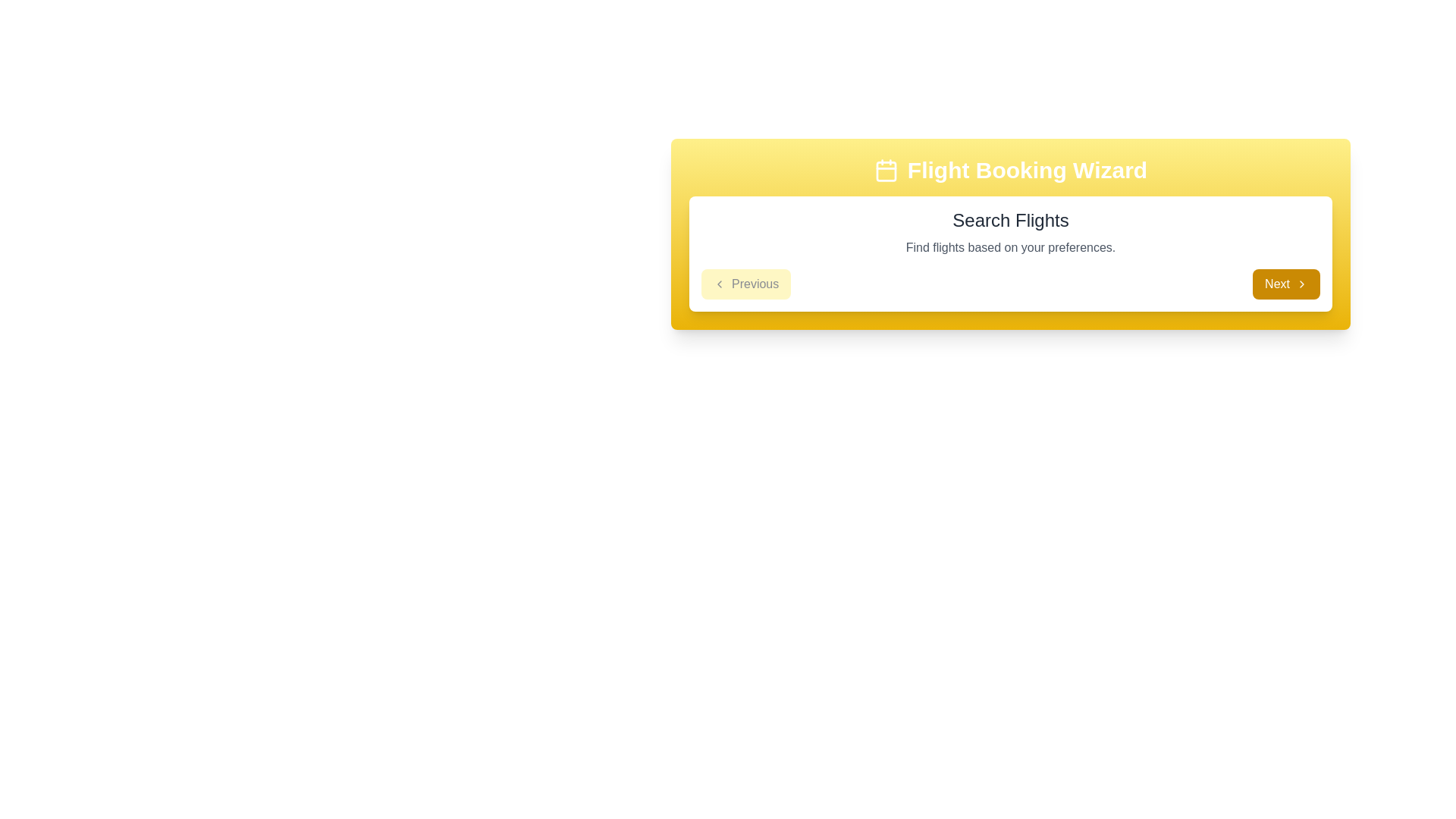 The width and height of the screenshot is (1456, 819). Describe the element at coordinates (745, 284) in the screenshot. I see `the navigation button located at the bottom section of the content card, which is used to move to the previous step or page` at that location.